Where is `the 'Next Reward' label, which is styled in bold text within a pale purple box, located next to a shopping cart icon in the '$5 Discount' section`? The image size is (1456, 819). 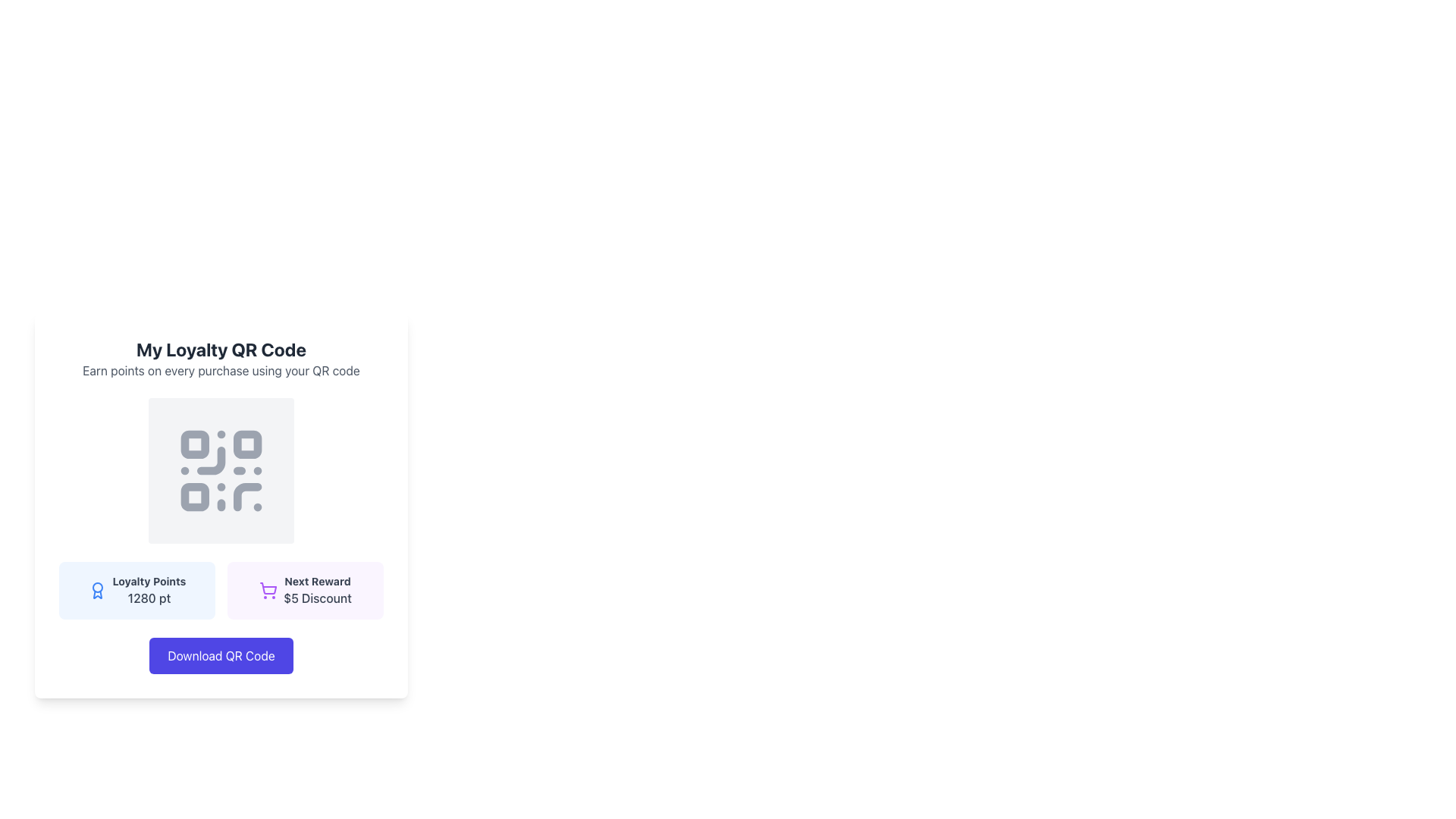 the 'Next Reward' label, which is styled in bold text within a pale purple box, located next to a shopping cart icon in the '$5 Discount' section is located at coordinates (316, 581).